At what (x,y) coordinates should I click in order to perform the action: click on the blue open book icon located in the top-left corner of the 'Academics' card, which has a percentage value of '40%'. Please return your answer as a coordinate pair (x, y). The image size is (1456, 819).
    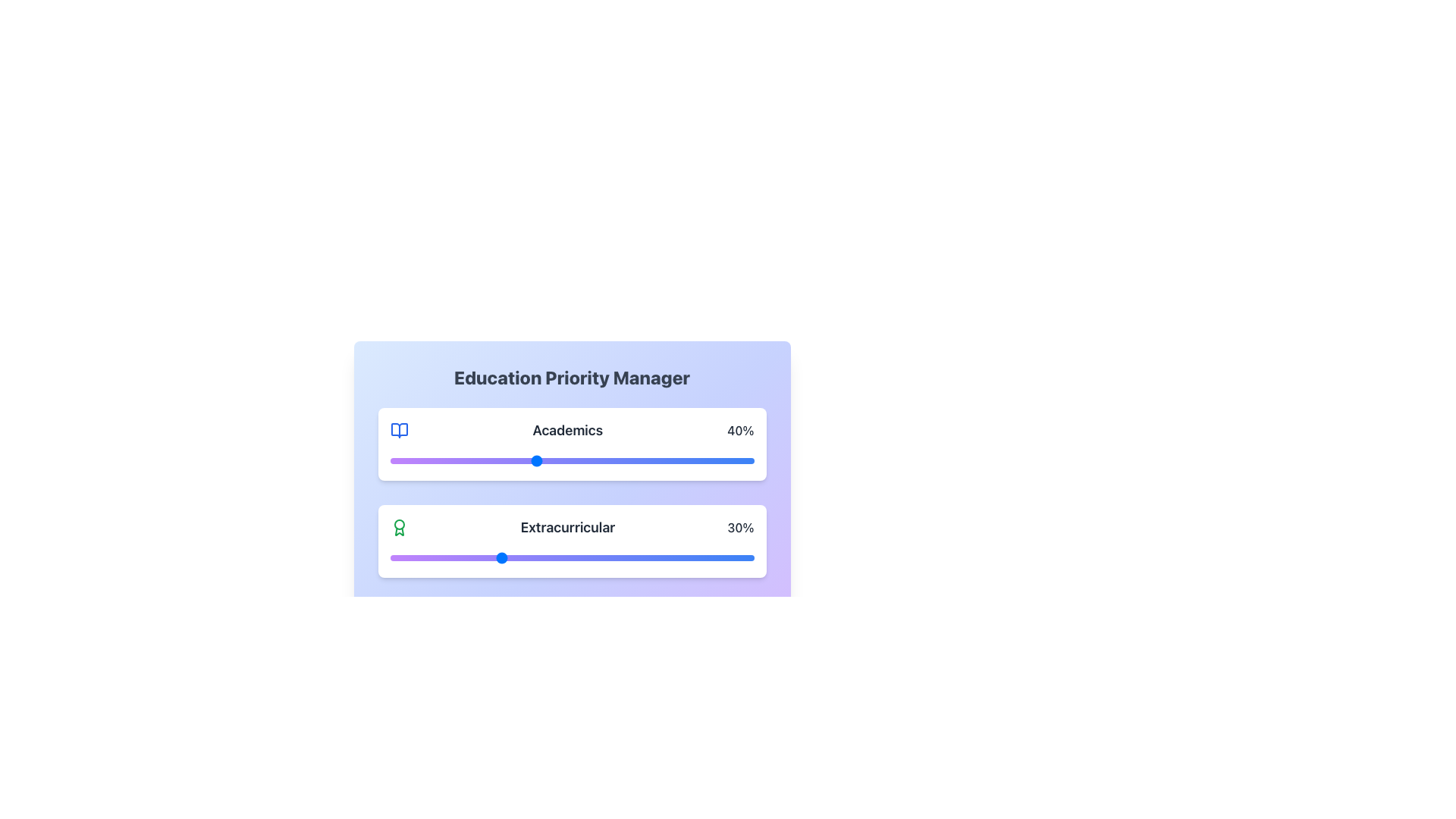
    Looking at the image, I should click on (399, 430).